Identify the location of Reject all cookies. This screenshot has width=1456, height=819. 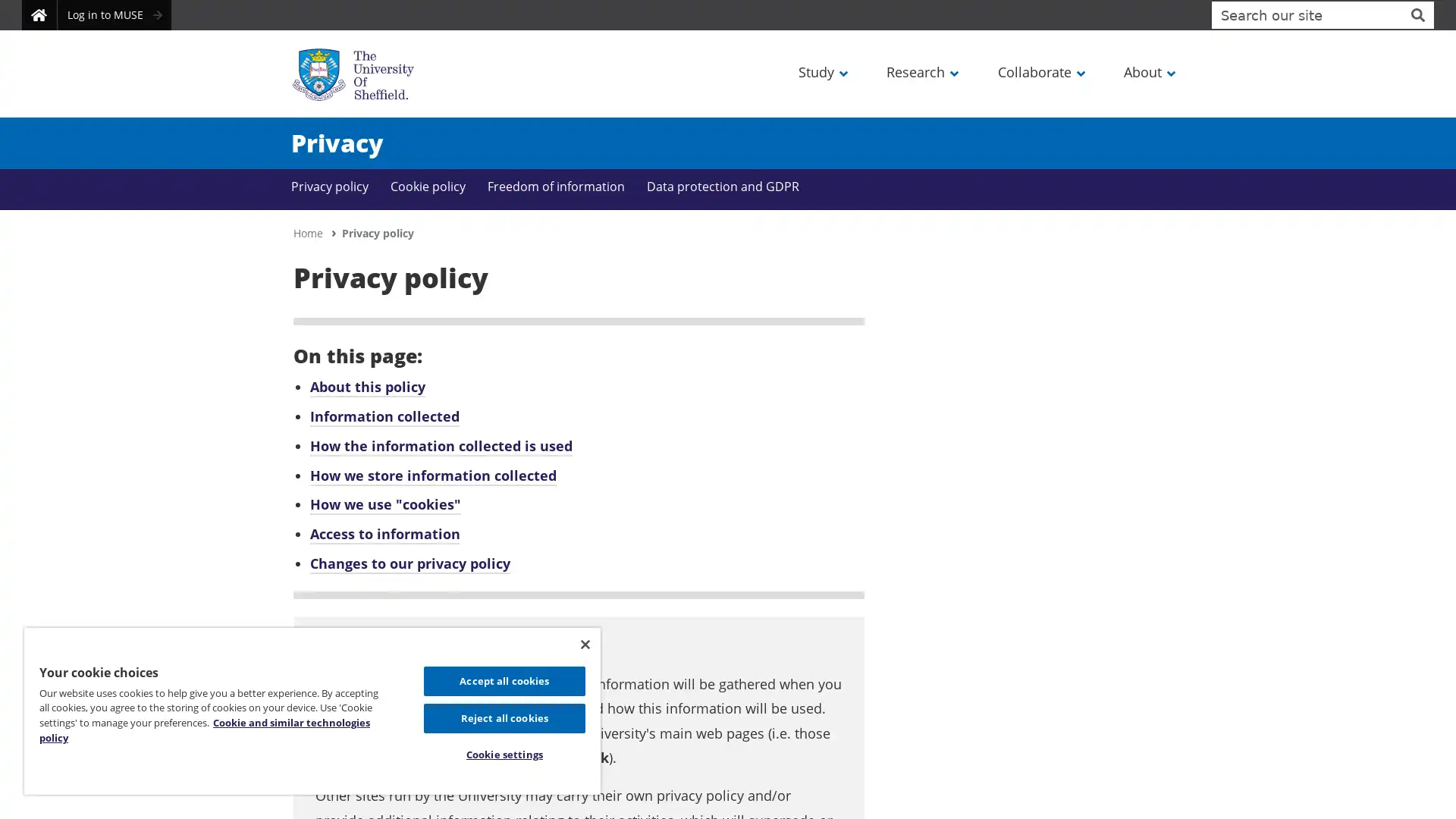
(504, 717).